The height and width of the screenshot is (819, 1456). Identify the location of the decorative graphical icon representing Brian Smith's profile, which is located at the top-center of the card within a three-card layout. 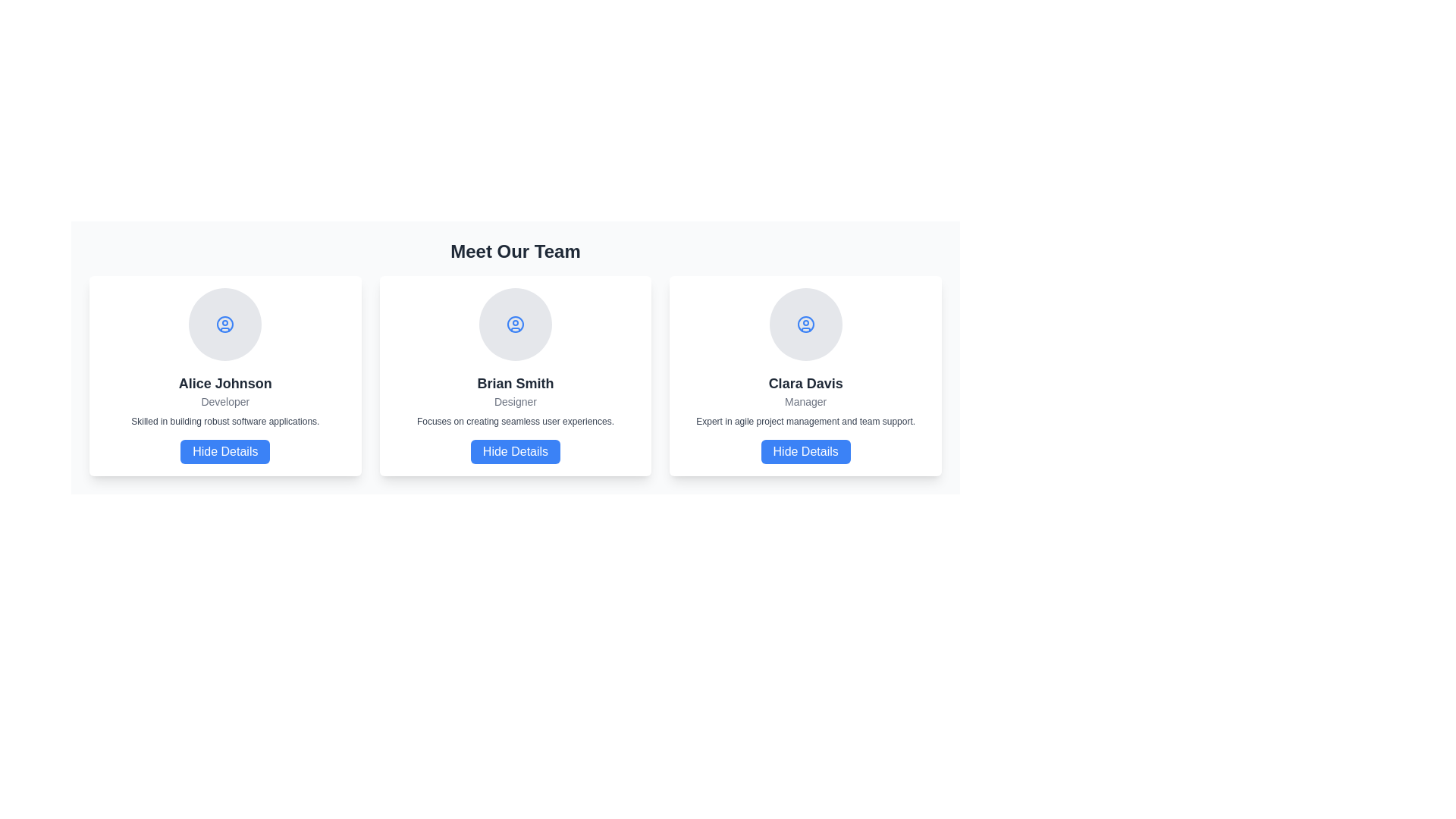
(516, 324).